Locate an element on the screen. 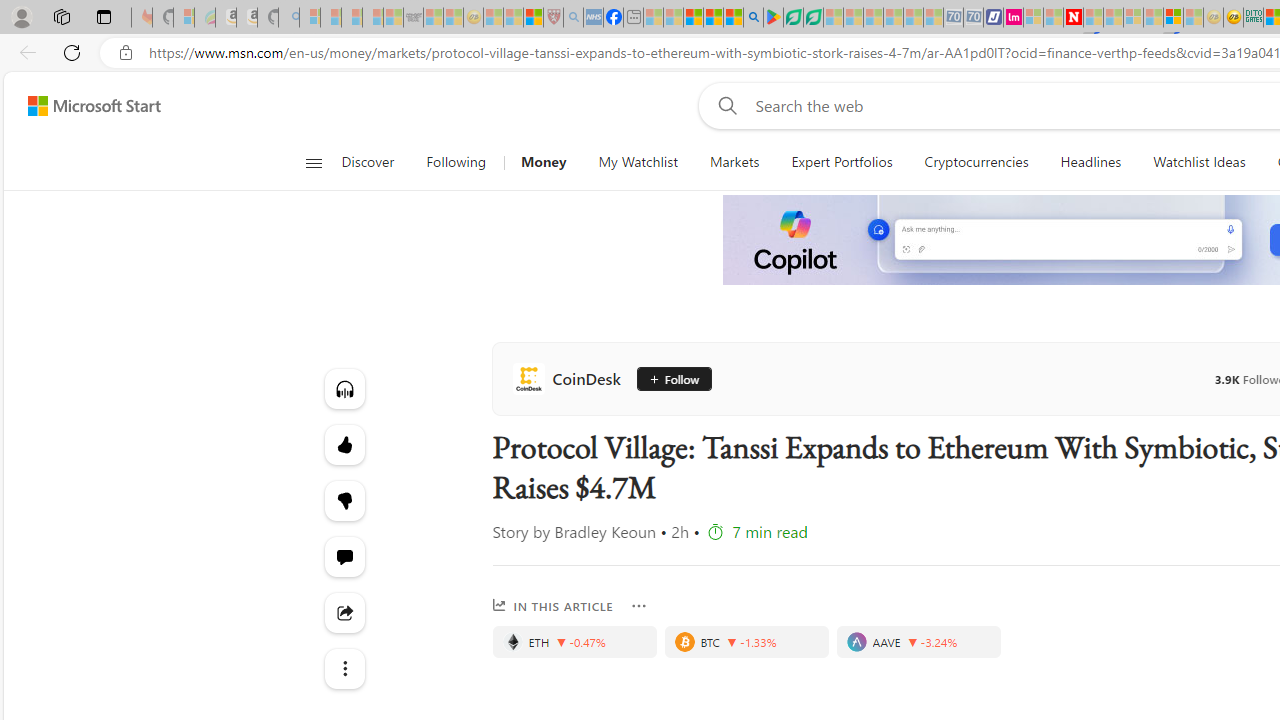 The width and height of the screenshot is (1280, 720). 'Cryptocurrencies' is located at coordinates (976, 162).